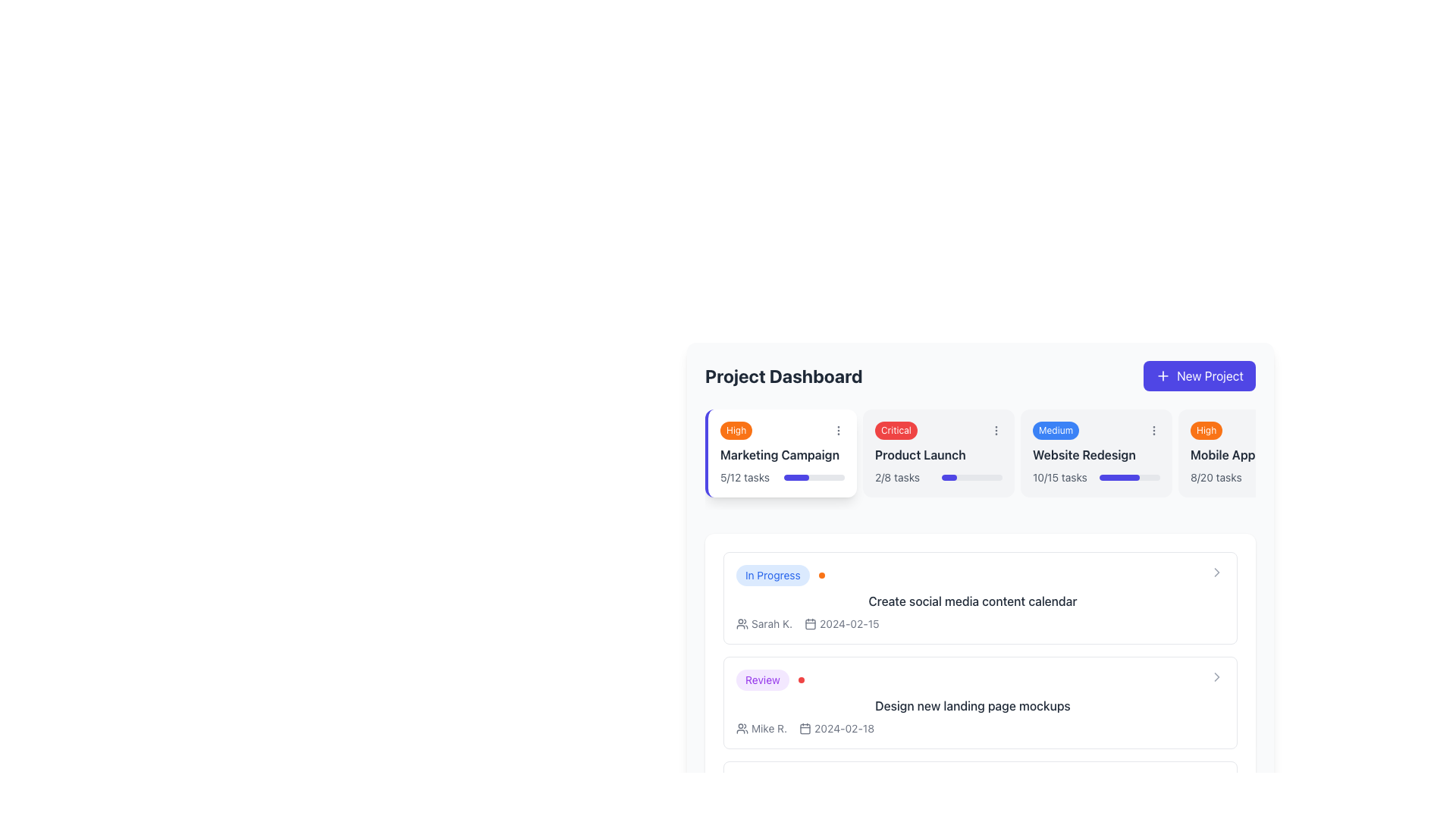 The height and width of the screenshot is (819, 1456). Describe the element at coordinates (897, 476) in the screenshot. I see `the '2/8 tasks' text label located at the bottom left of the 'Product Launch' card` at that location.